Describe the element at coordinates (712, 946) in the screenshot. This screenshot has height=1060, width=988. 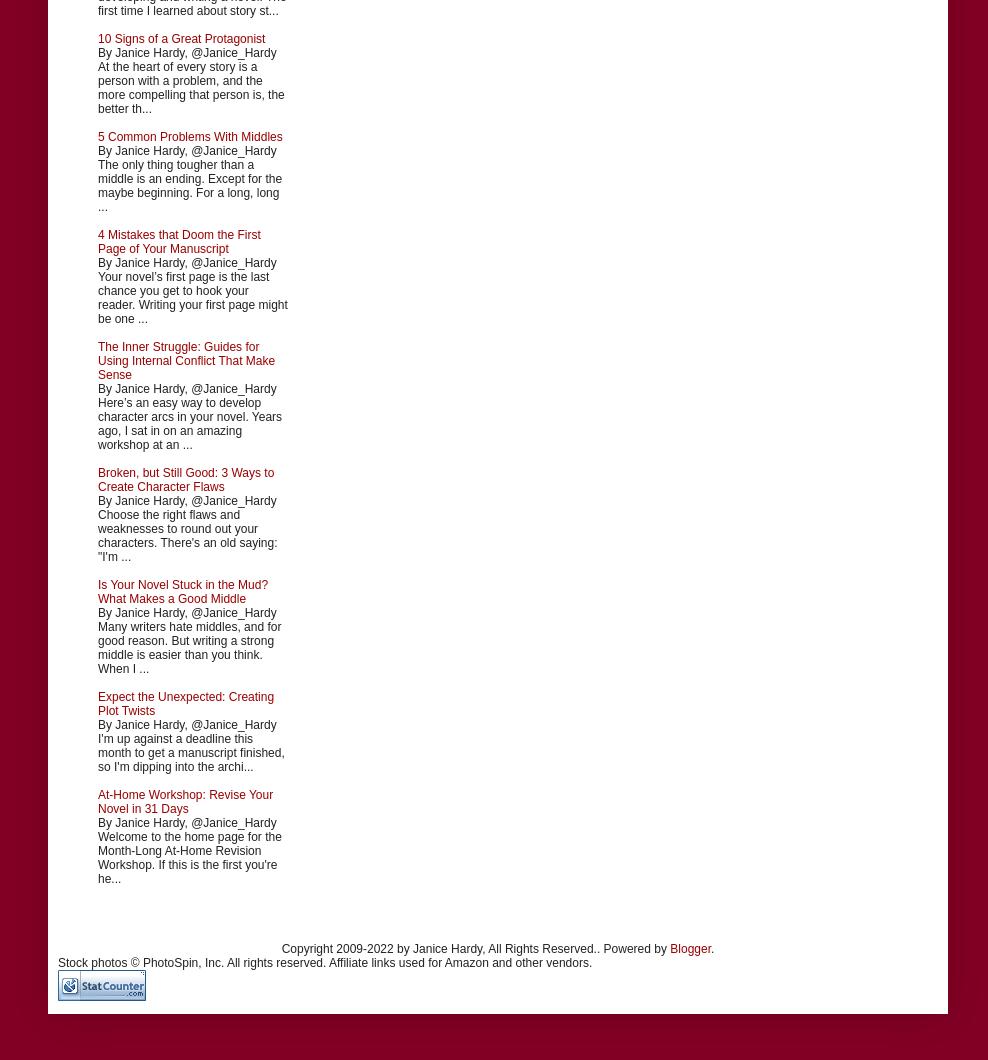
I see `'.'` at that location.